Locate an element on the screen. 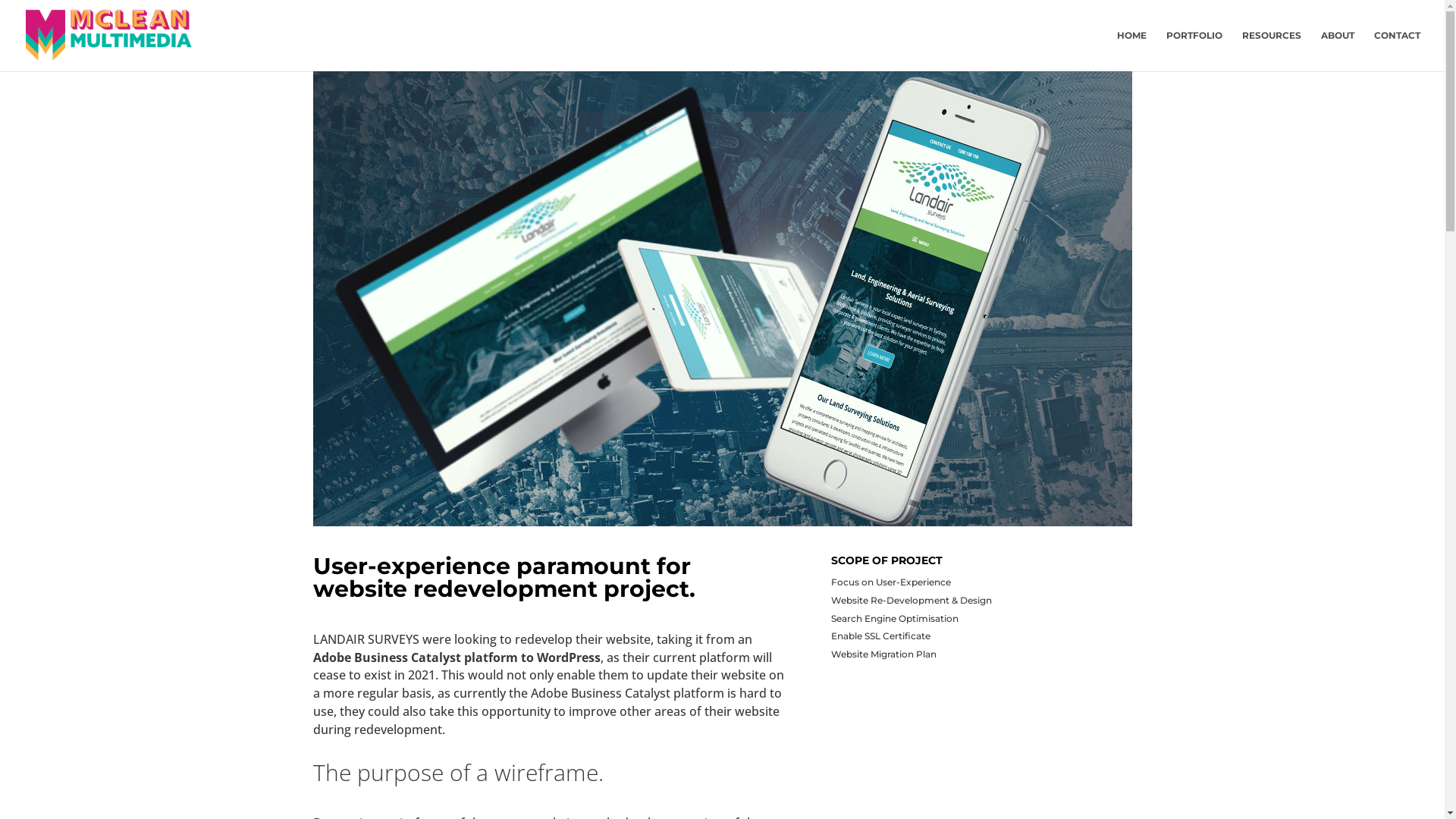 Image resolution: width=1456 pixels, height=819 pixels. 'HOME' is located at coordinates (1131, 49).